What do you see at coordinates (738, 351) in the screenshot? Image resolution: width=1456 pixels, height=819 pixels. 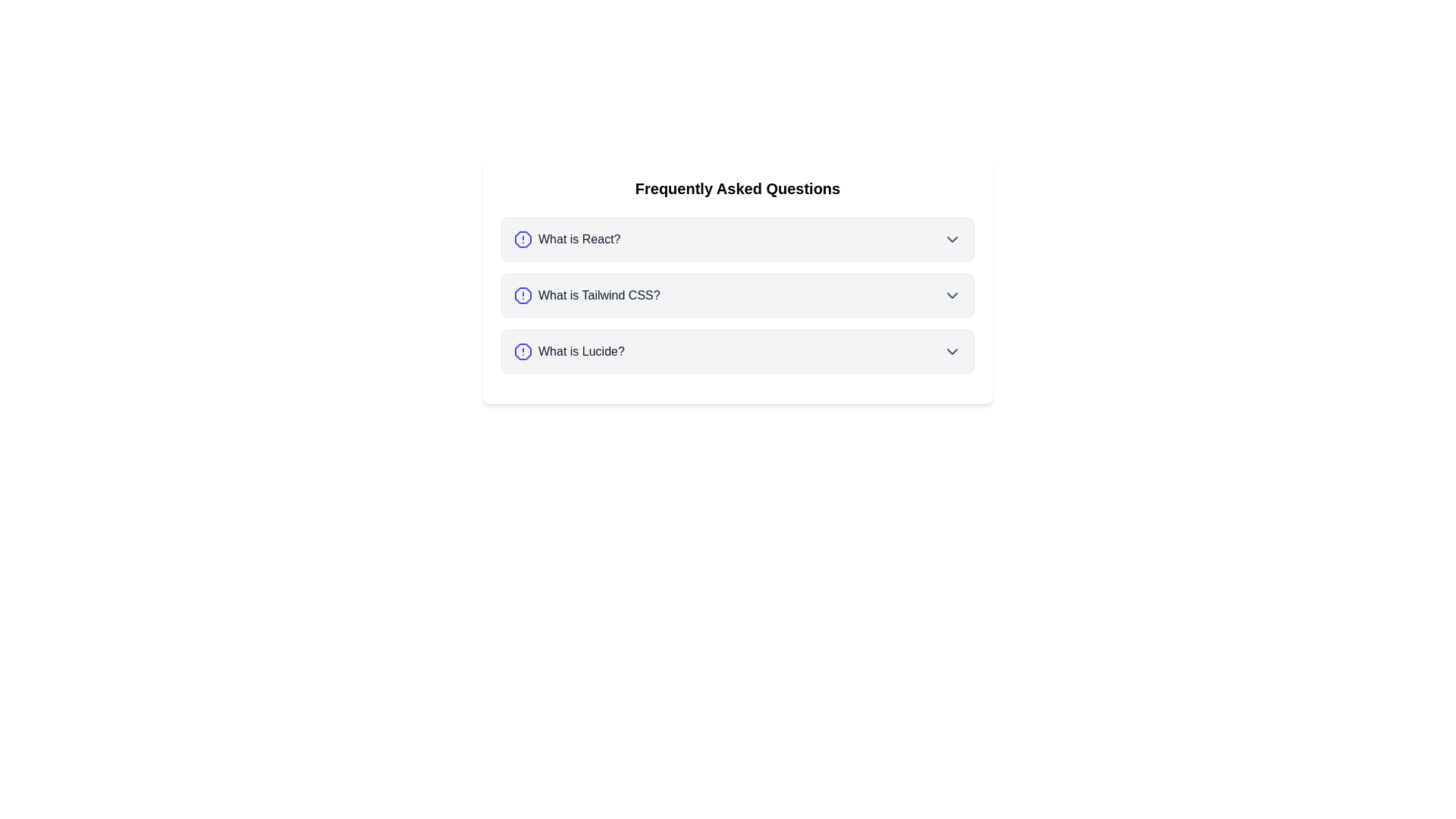 I see `the collapsible list item labeled 'What is Lucide?' to read its content` at bounding box center [738, 351].